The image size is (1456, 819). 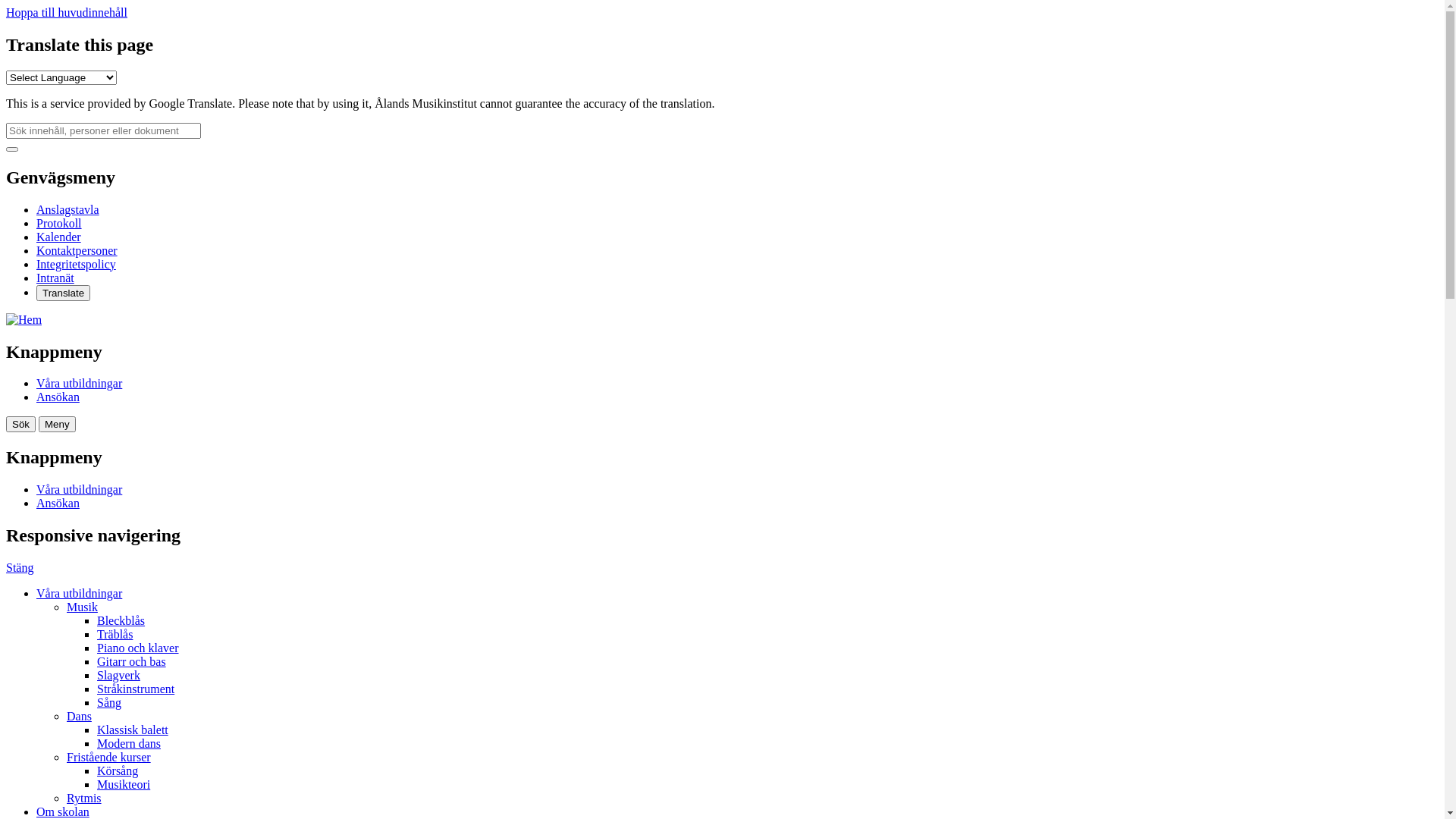 What do you see at coordinates (24, 318) in the screenshot?
I see `'Hem'` at bounding box center [24, 318].